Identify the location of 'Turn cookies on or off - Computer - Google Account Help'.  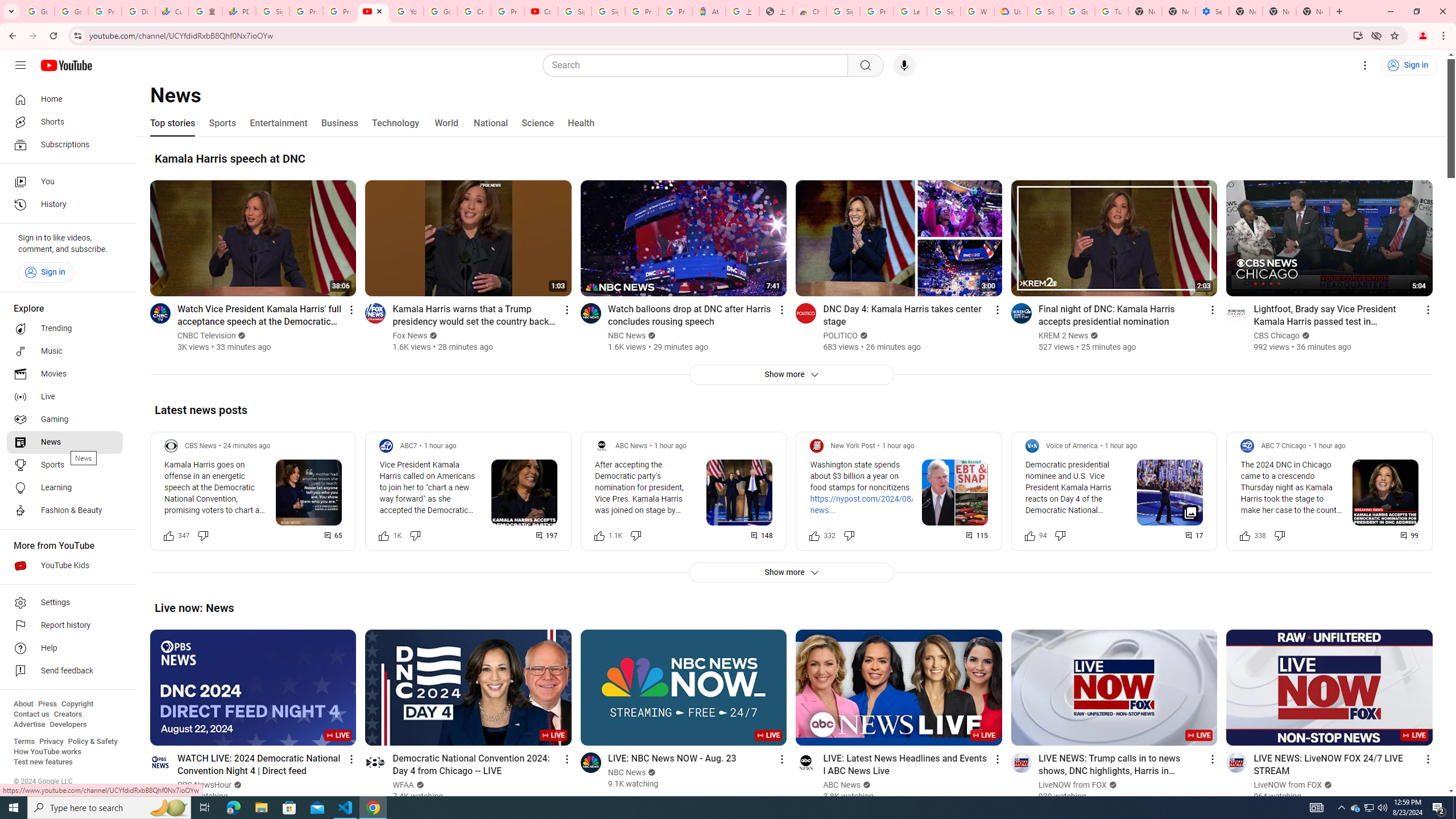
(1111, 11).